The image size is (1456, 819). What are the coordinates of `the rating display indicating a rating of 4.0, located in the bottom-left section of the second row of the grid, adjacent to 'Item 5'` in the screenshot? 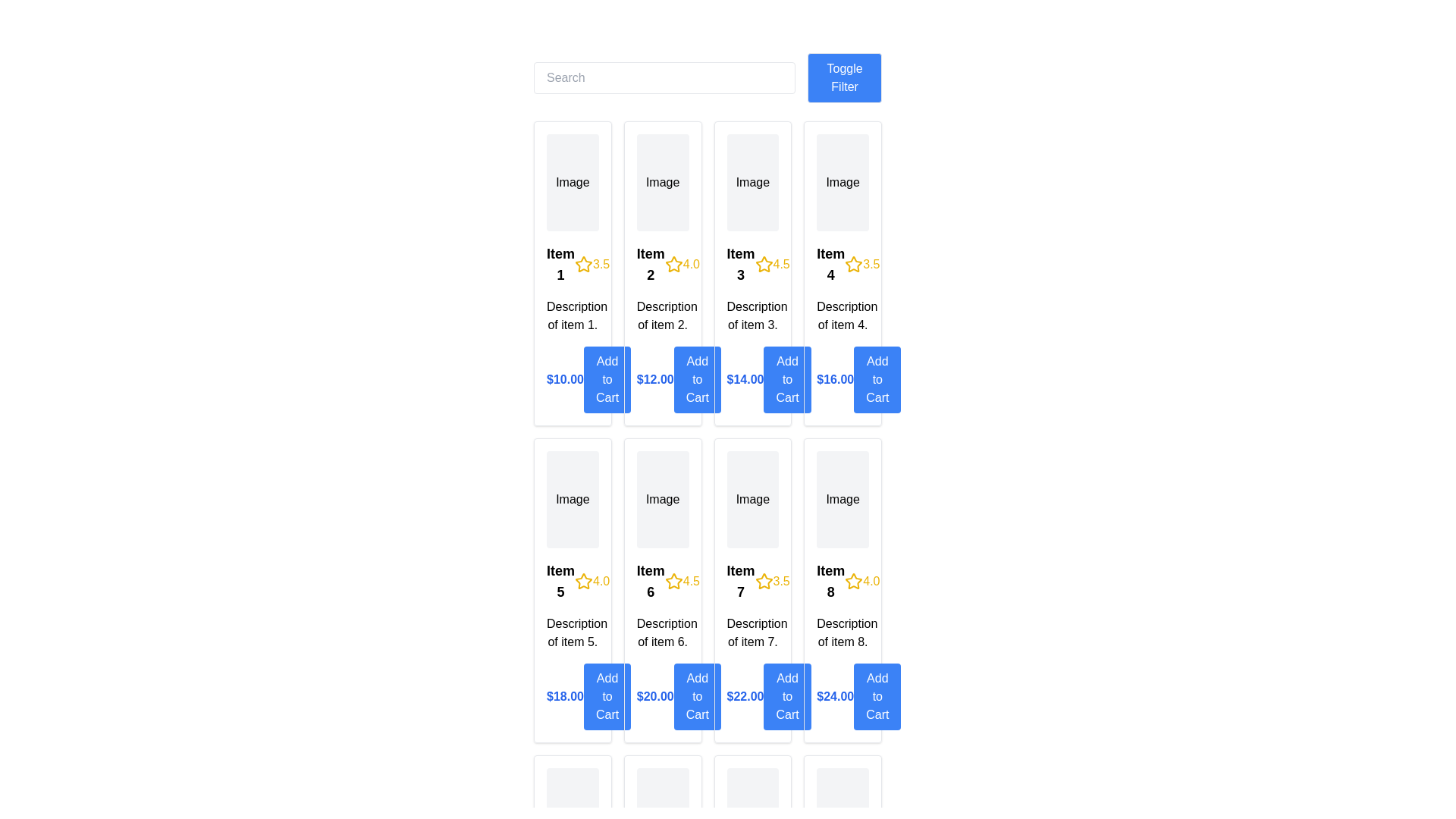 It's located at (591, 581).